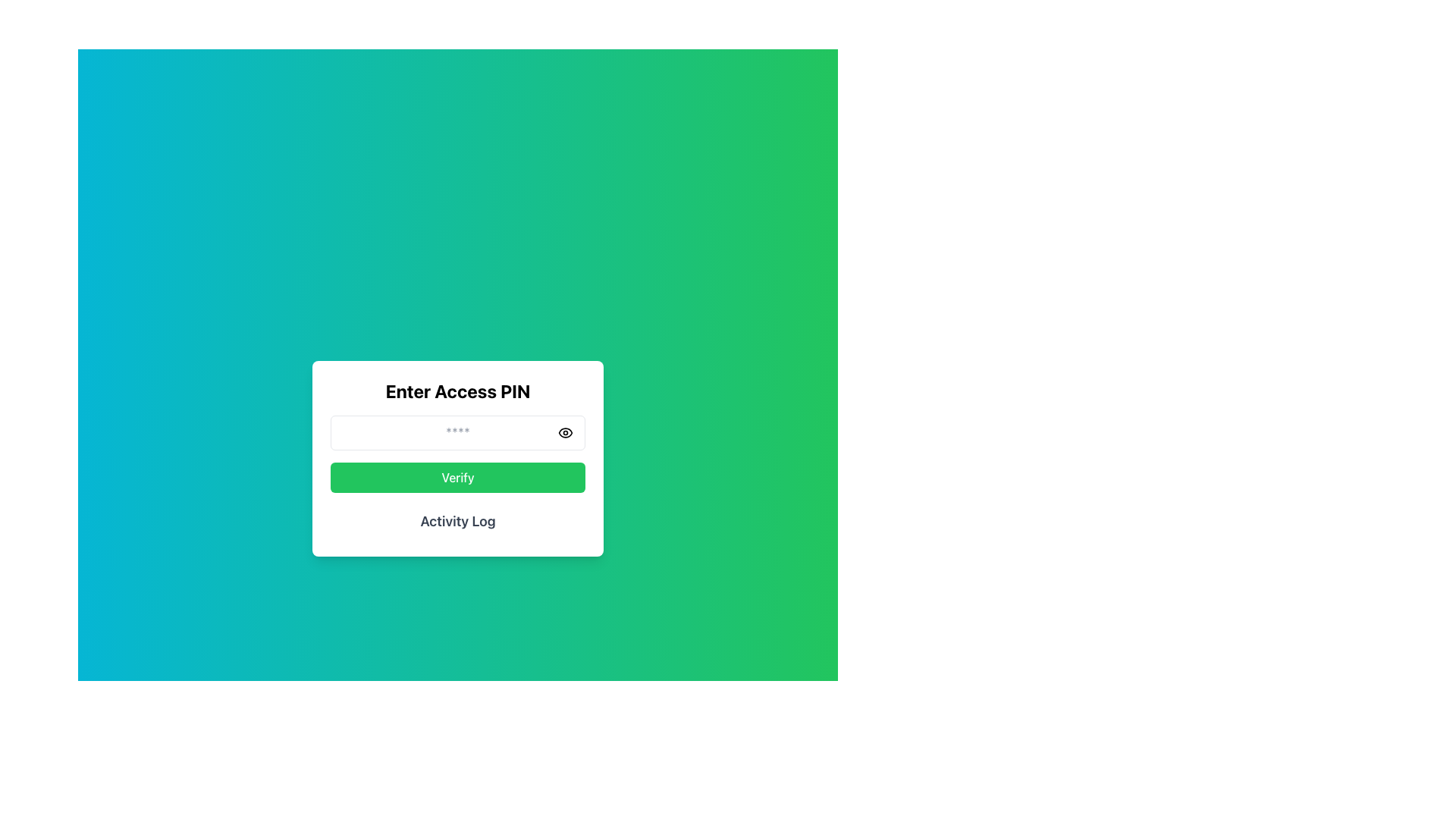  I want to click on the icon button located on the right side of the PIN input field, so click(564, 432).